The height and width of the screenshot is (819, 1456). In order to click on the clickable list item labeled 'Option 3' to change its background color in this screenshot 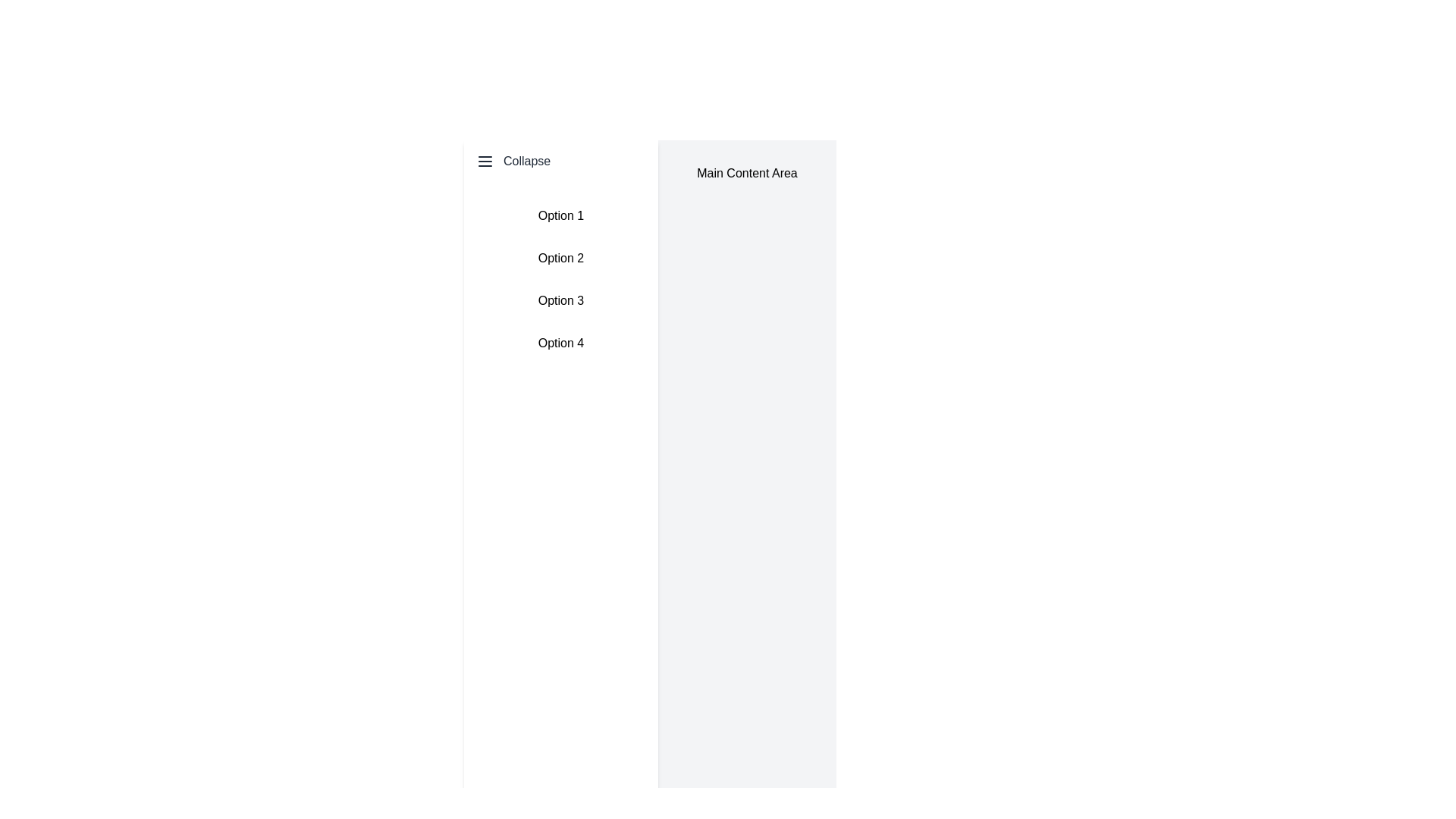, I will do `click(560, 301)`.